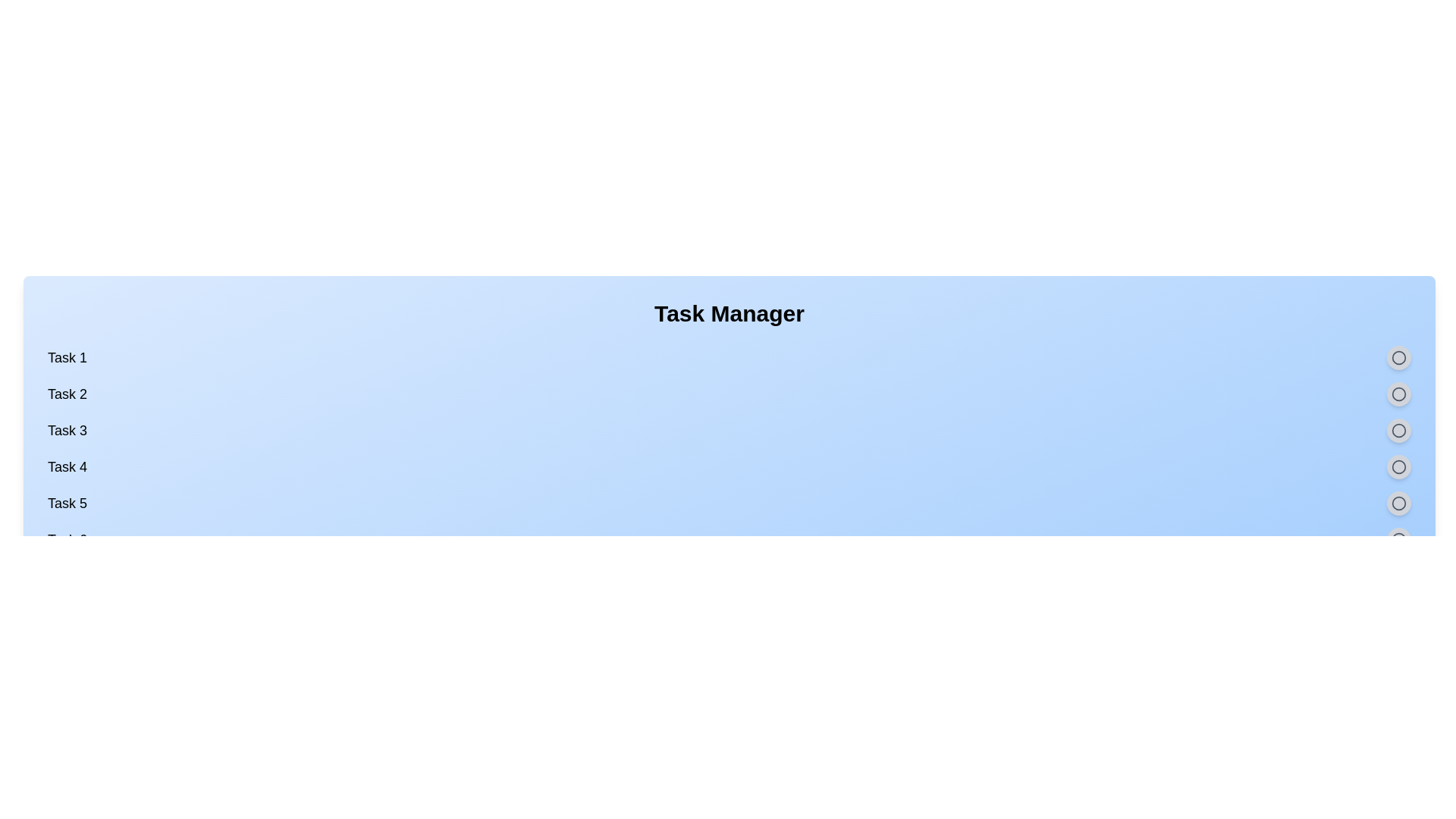  Describe the element at coordinates (729, 312) in the screenshot. I see `the header text 'Task Manager' to analyze its properties` at that location.